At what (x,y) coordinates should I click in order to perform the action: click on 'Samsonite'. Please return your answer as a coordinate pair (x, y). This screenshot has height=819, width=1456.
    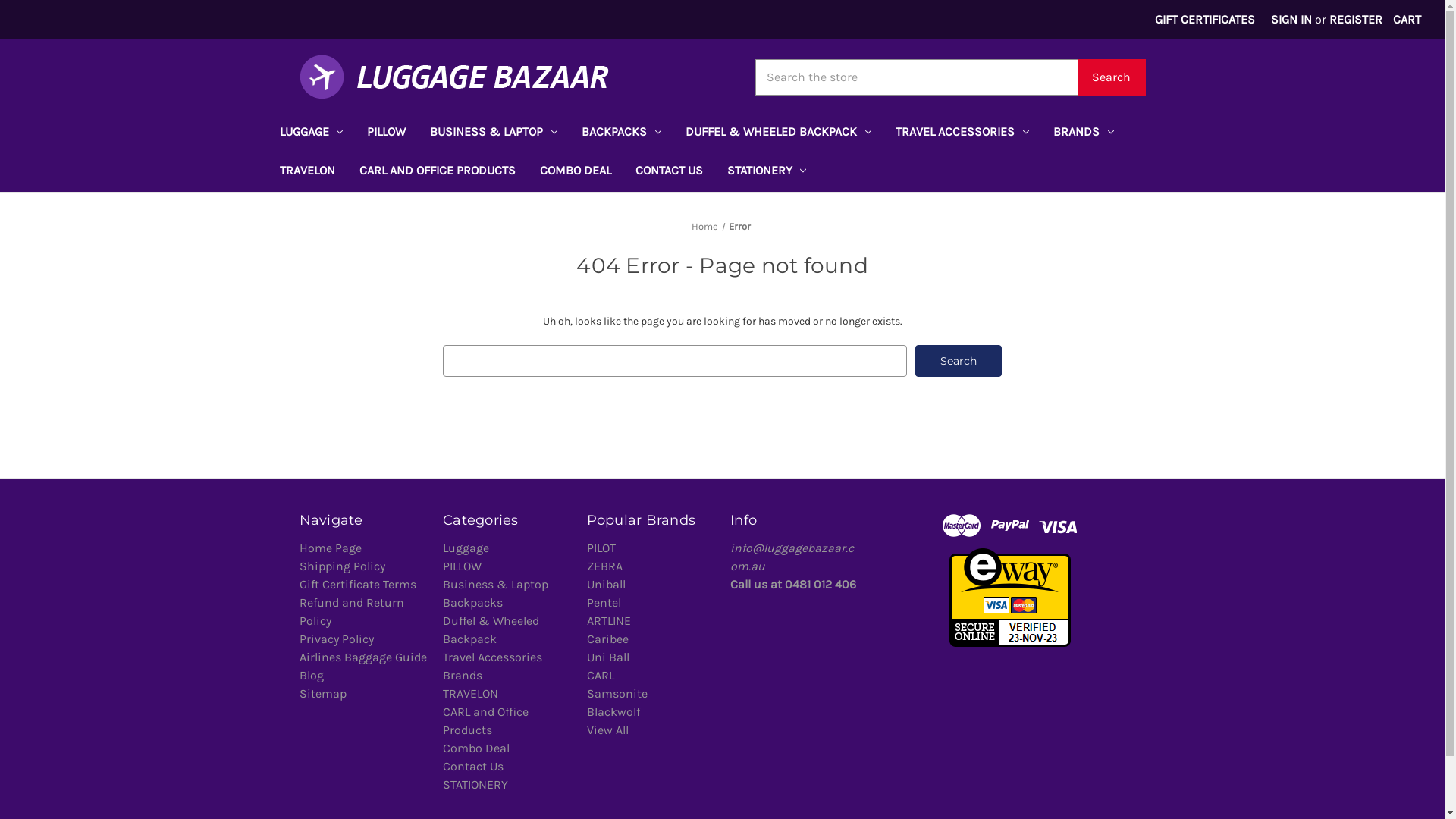
    Looking at the image, I should click on (617, 693).